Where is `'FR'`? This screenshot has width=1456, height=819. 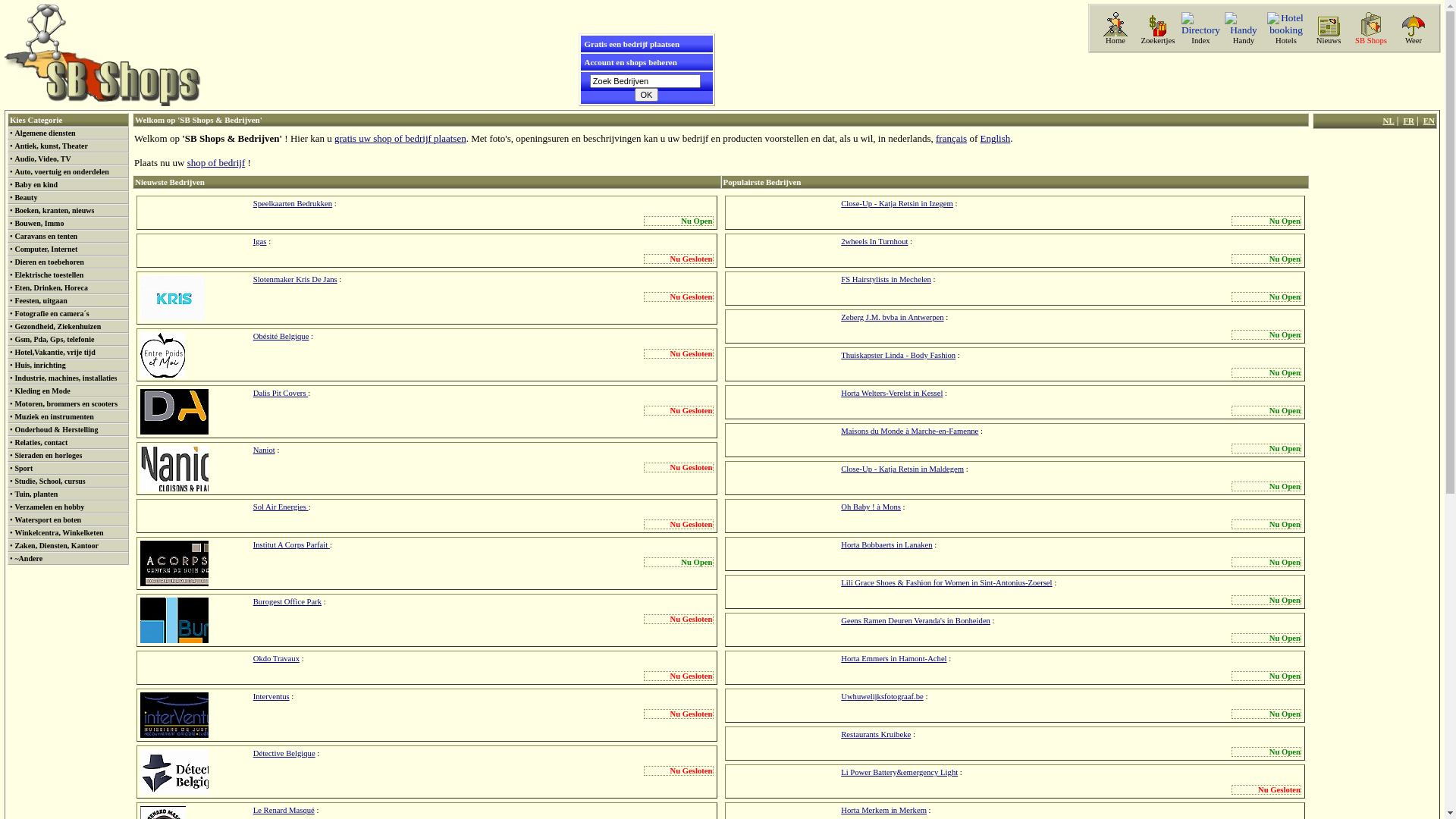
'FR' is located at coordinates (1407, 119).